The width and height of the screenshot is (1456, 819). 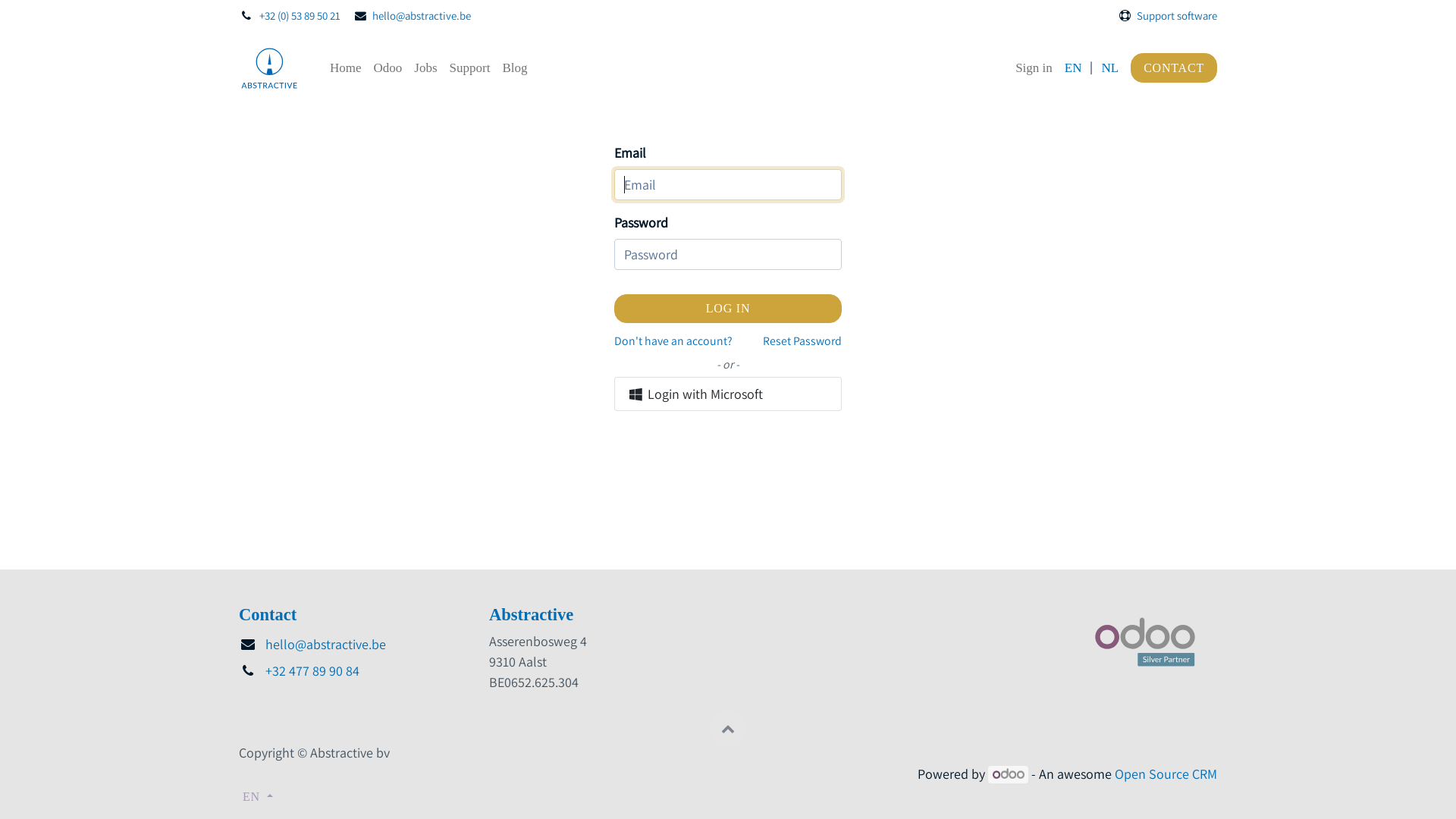 I want to click on 'Sign in', so click(x=1033, y=67).